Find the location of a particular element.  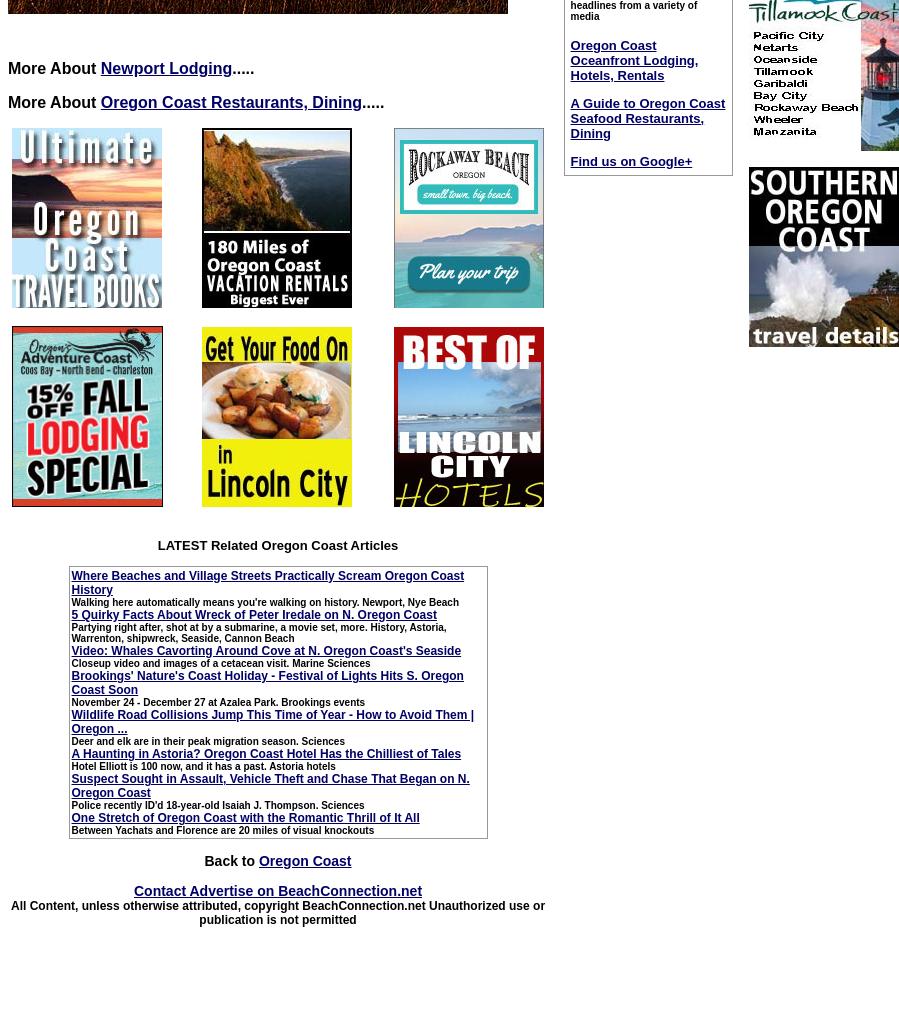

'Where Beaches and Village Streets Practically Scream Oregon Coast History' is located at coordinates (267, 581).